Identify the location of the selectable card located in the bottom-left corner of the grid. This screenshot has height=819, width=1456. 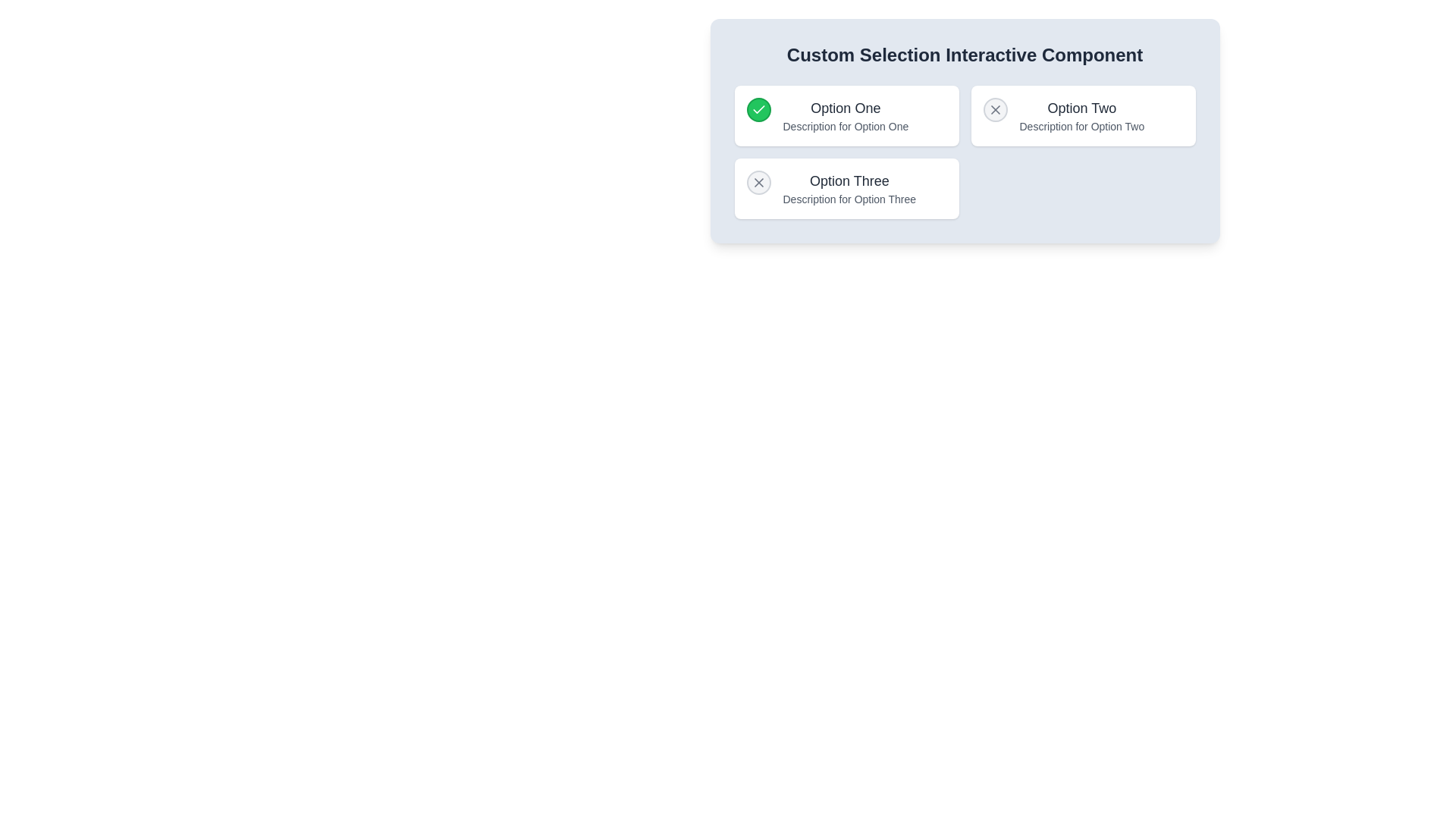
(846, 188).